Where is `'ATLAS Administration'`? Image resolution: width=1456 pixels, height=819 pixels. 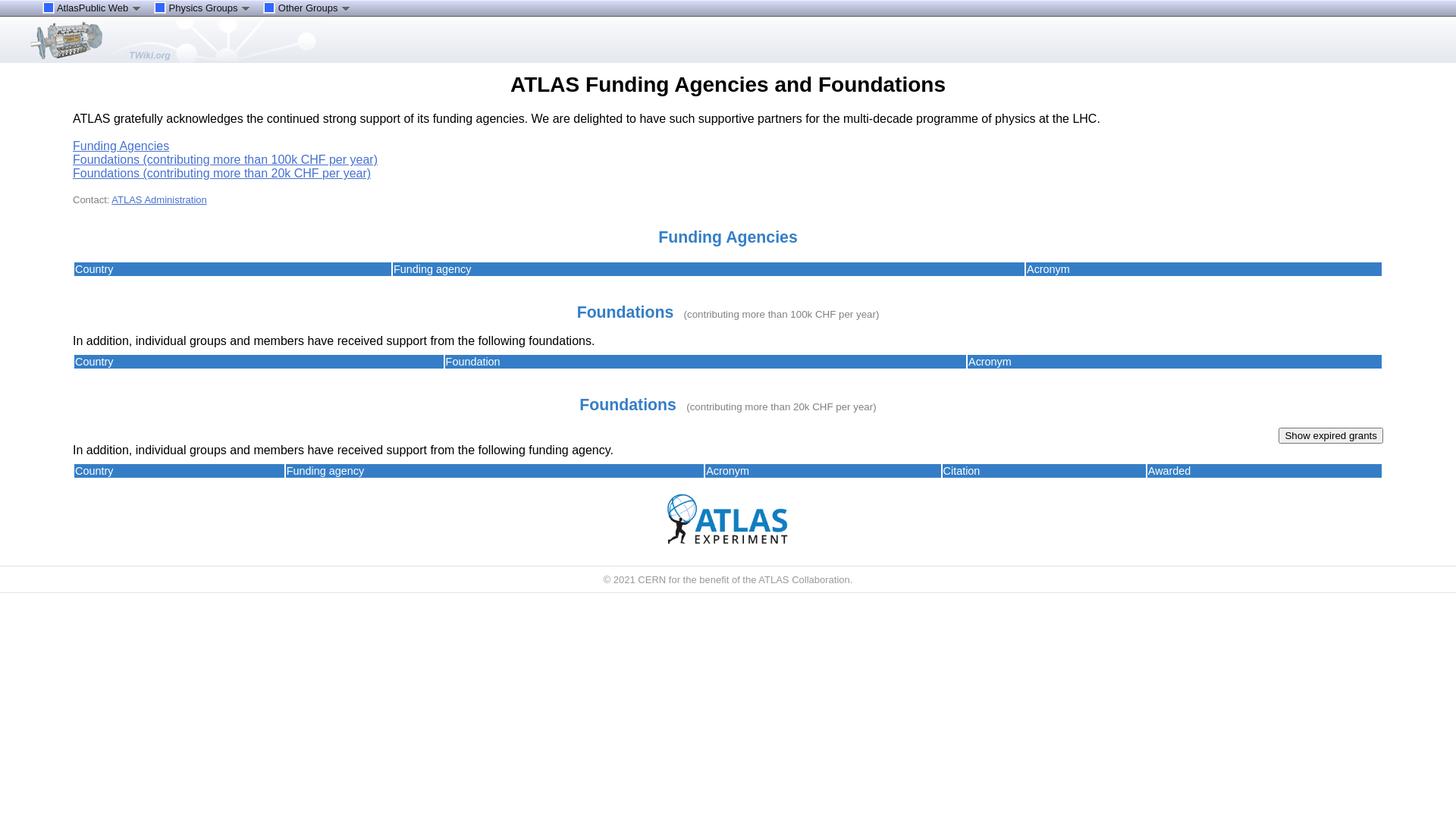 'ATLAS Administration' is located at coordinates (158, 199).